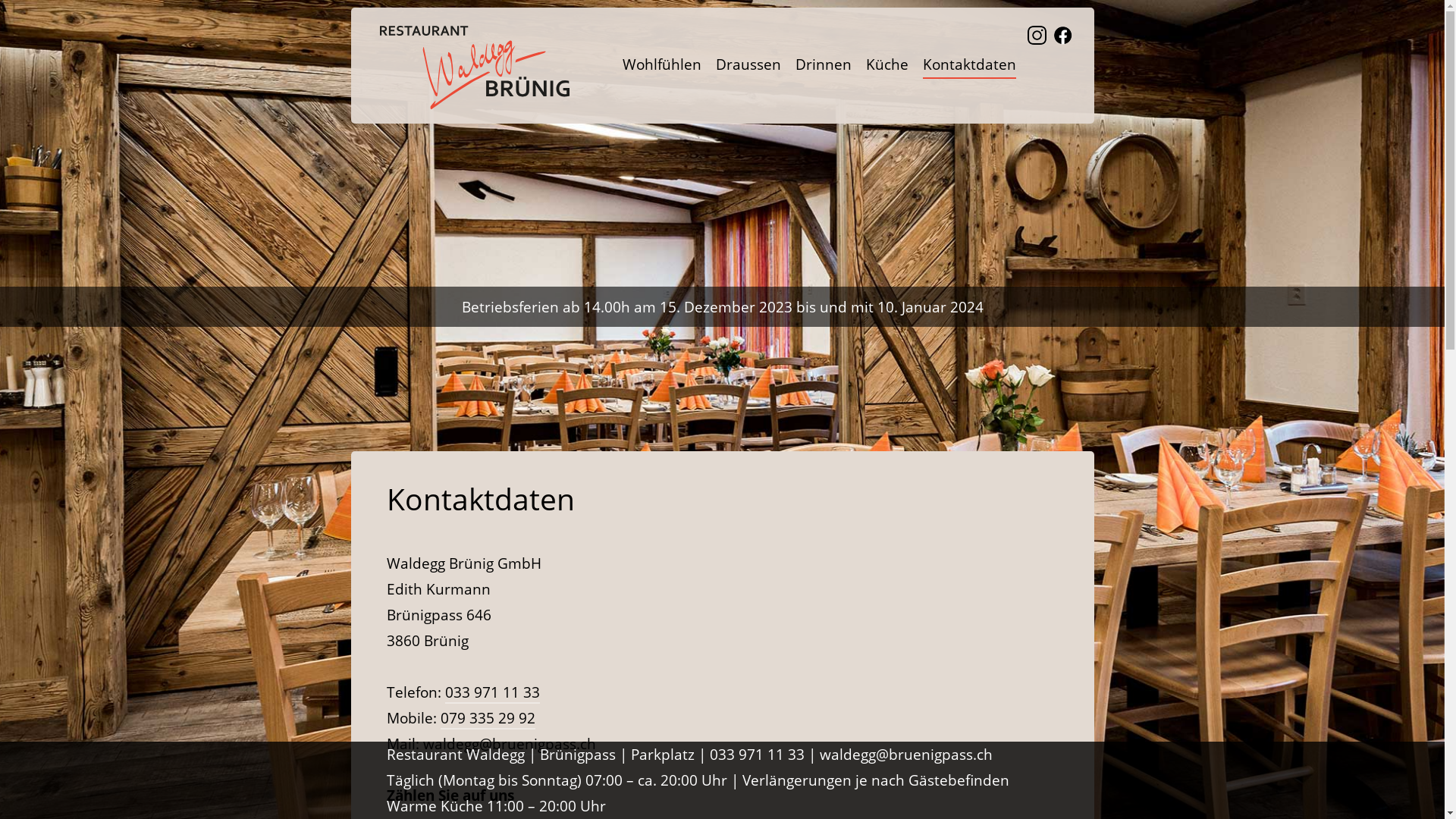 Image resolution: width=1456 pixels, height=819 pixels. Describe the element at coordinates (492, 693) in the screenshot. I see `'033 971 11 33'` at that location.